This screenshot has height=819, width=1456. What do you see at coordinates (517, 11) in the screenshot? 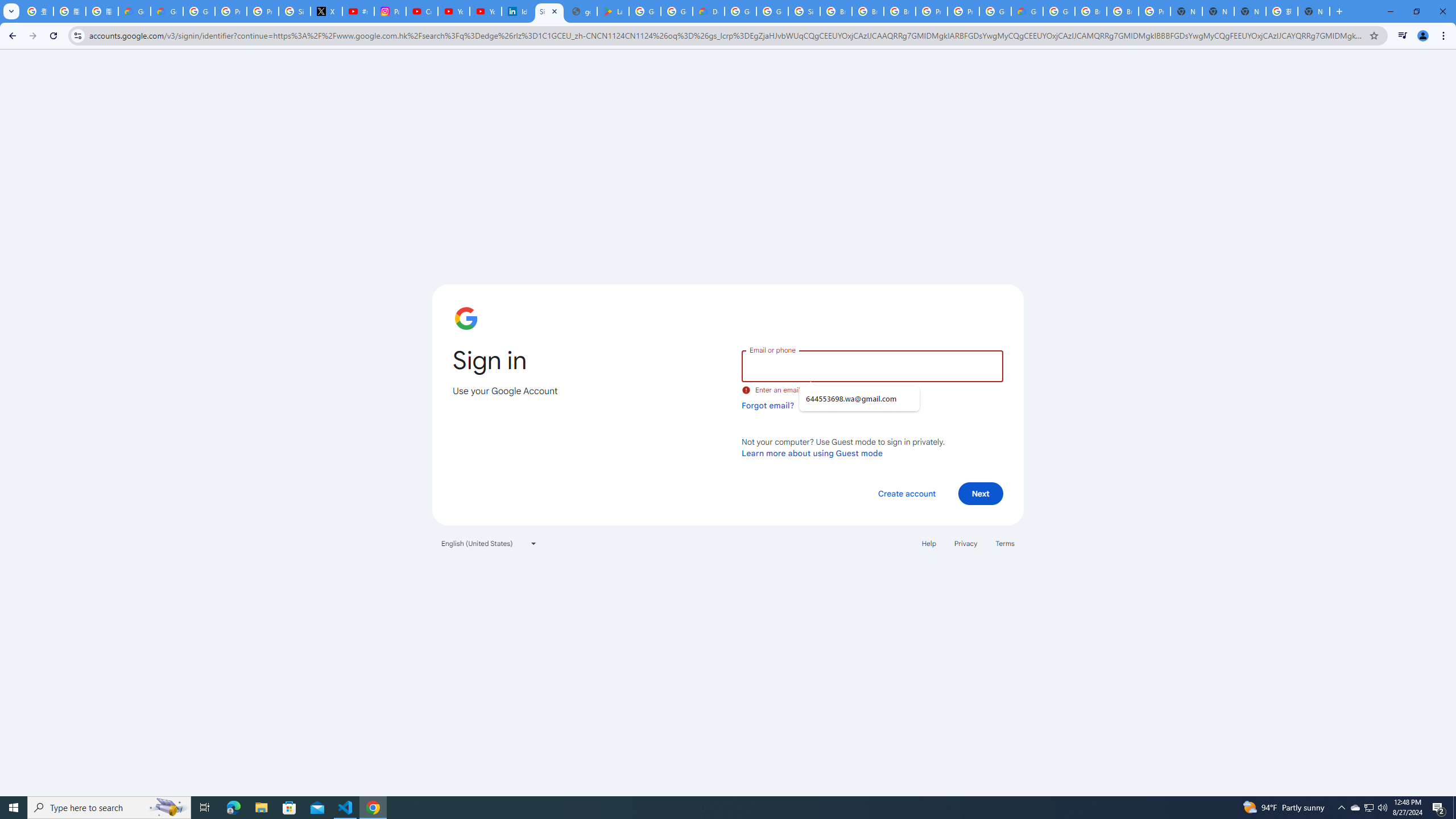
I see `'Identity verification via Persona | LinkedIn Help'` at bounding box center [517, 11].